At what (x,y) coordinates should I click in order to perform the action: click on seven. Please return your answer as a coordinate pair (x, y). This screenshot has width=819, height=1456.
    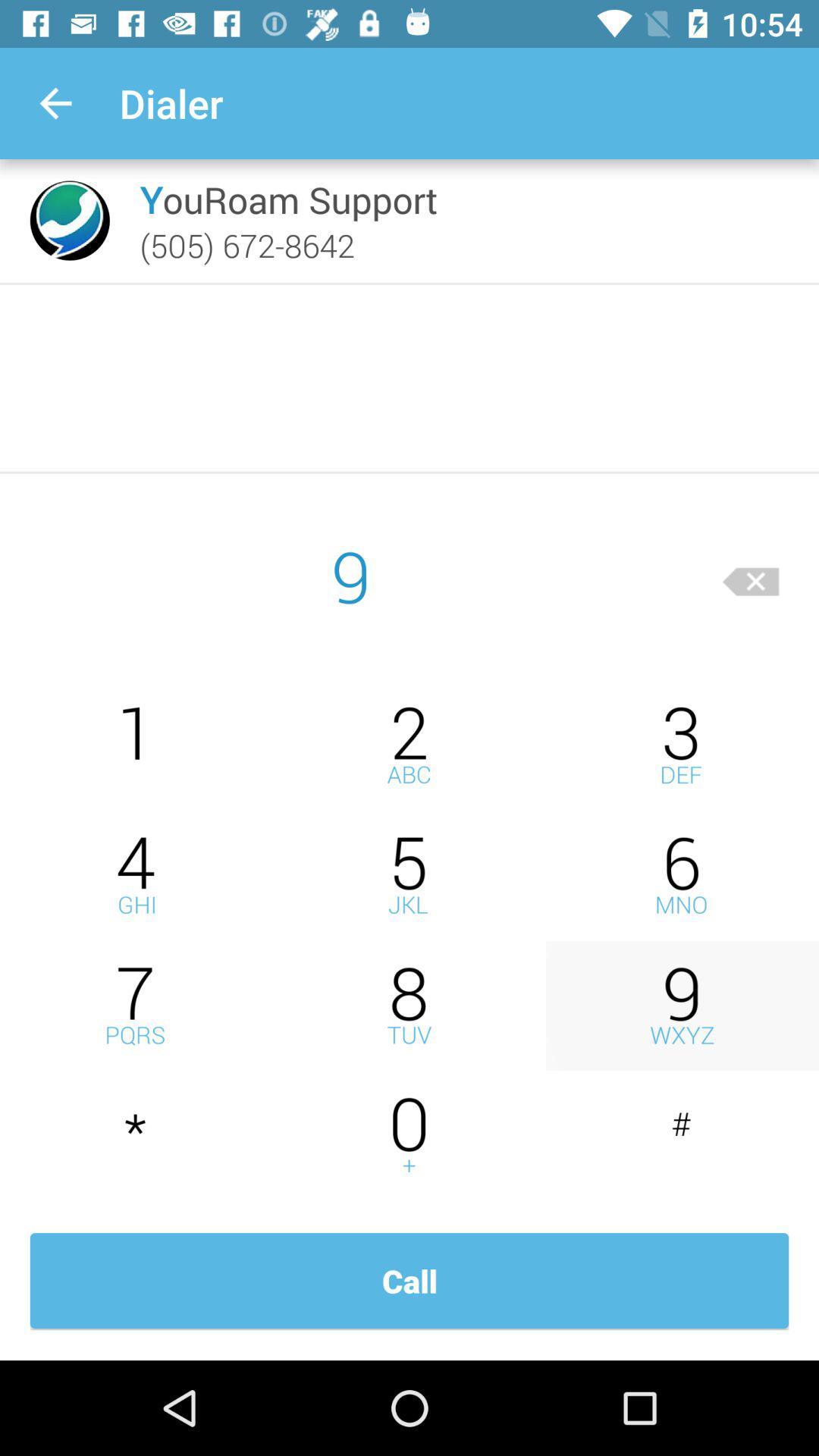
    Looking at the image, I should click on (136, 1006).